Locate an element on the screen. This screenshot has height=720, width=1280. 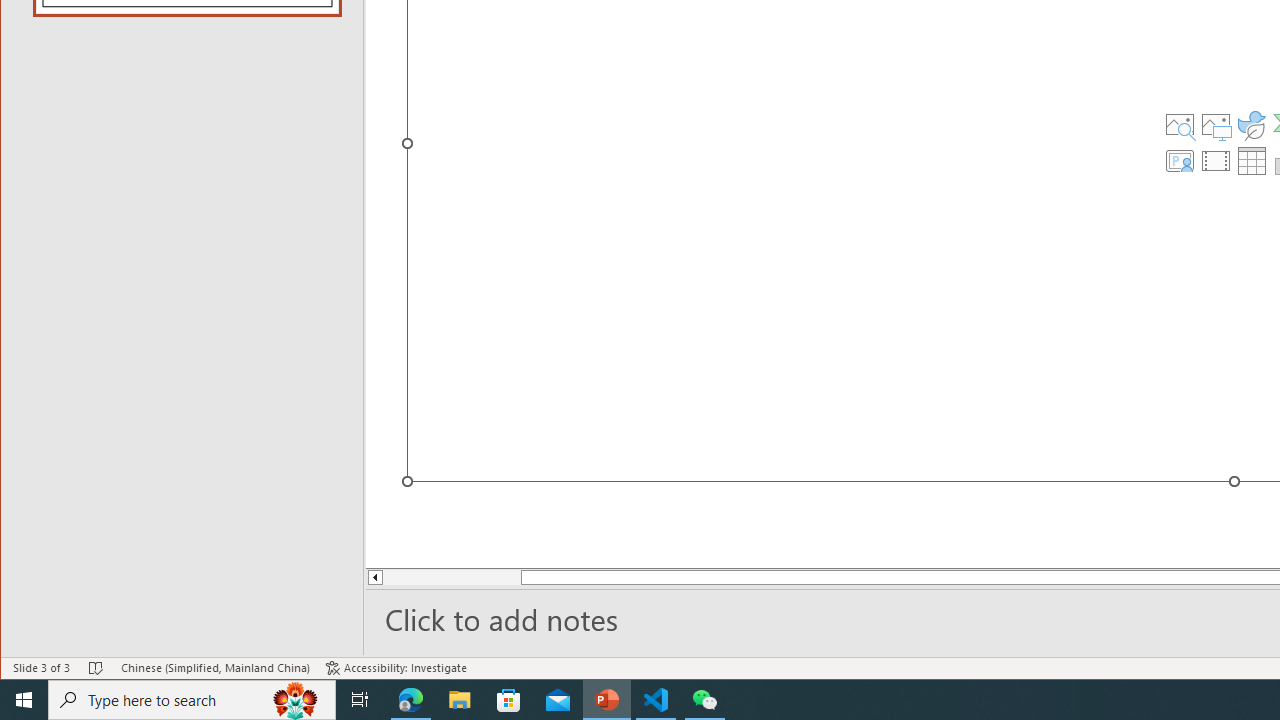
'Microsoft Store' is located at coordinates (509, 698).